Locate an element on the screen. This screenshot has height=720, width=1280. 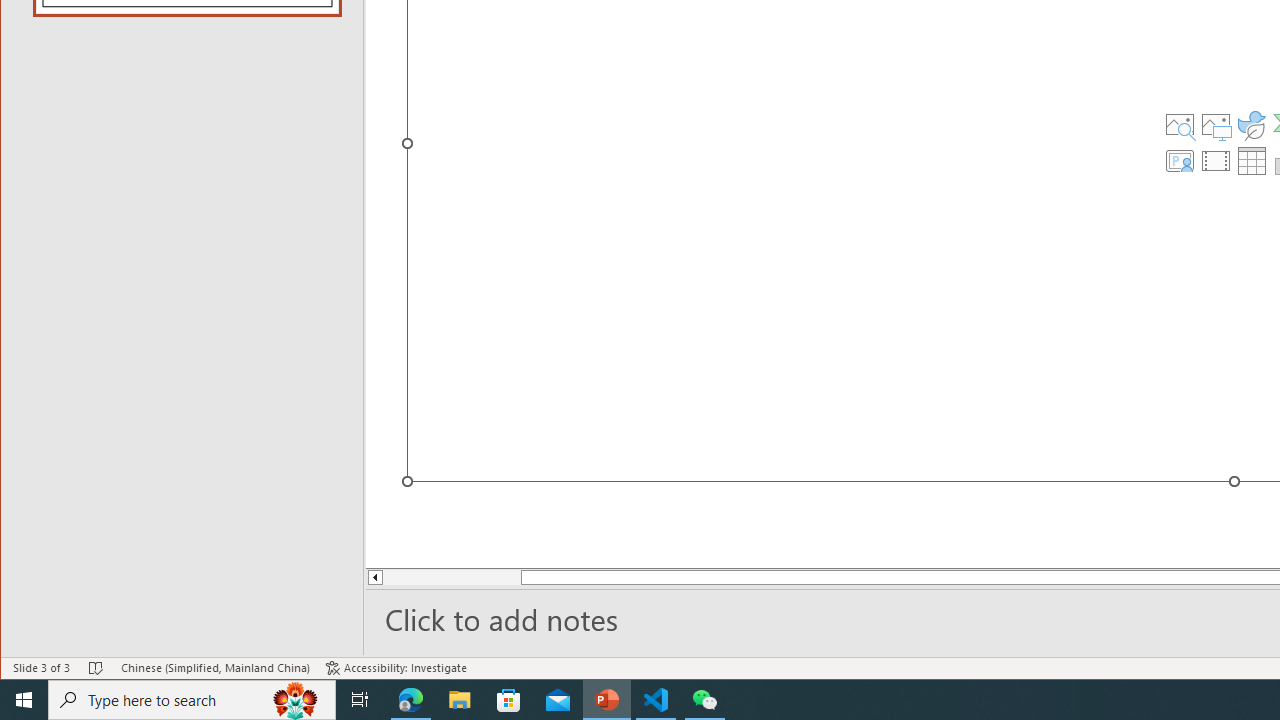
'Microsoft Store' is located at coordinates (509, 698).